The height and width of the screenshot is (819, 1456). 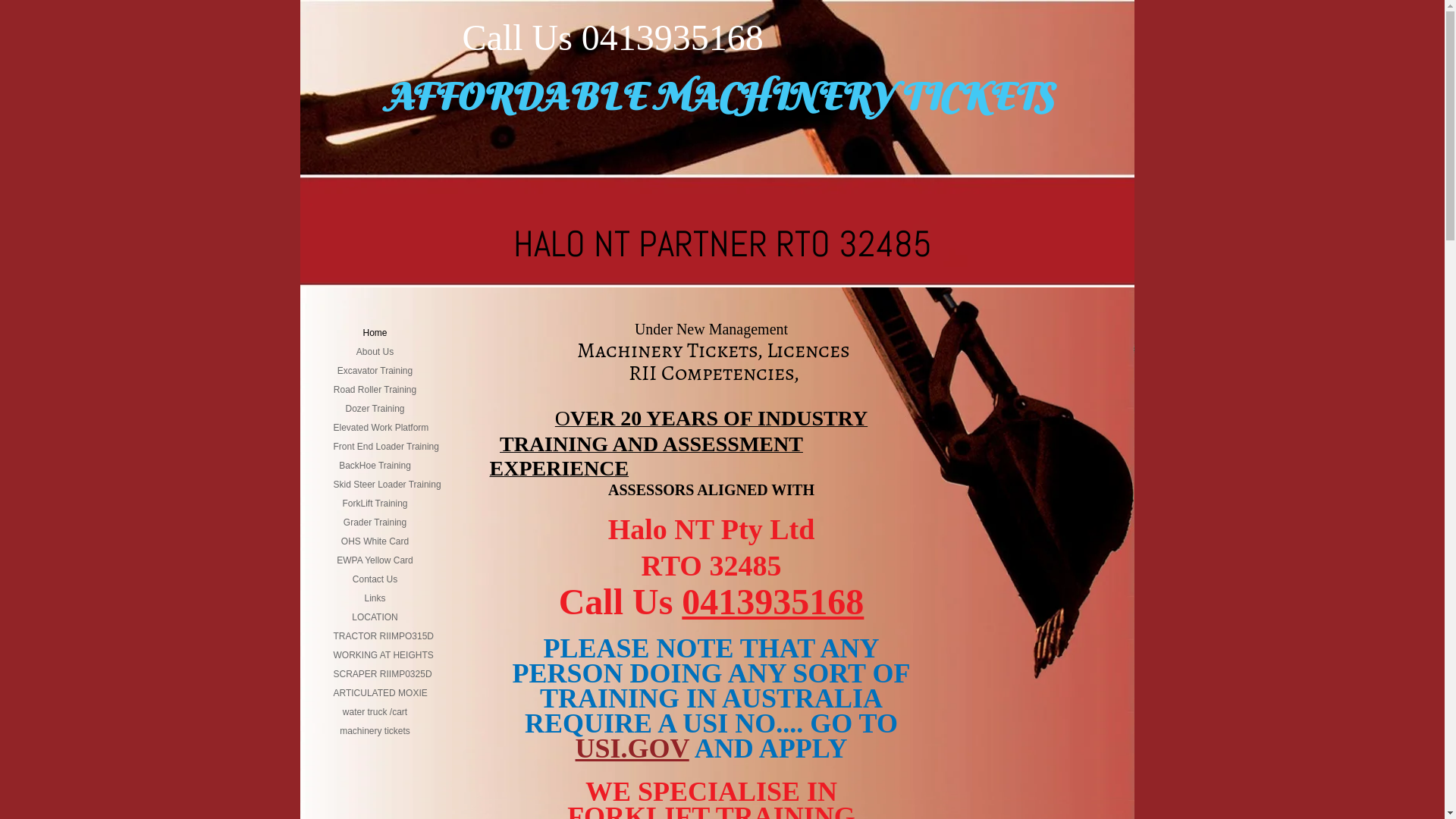 What do you see at coordinates (375, 540) in the screenshot?
I see `'OHS White Card'` at bounding box center [375, 540].